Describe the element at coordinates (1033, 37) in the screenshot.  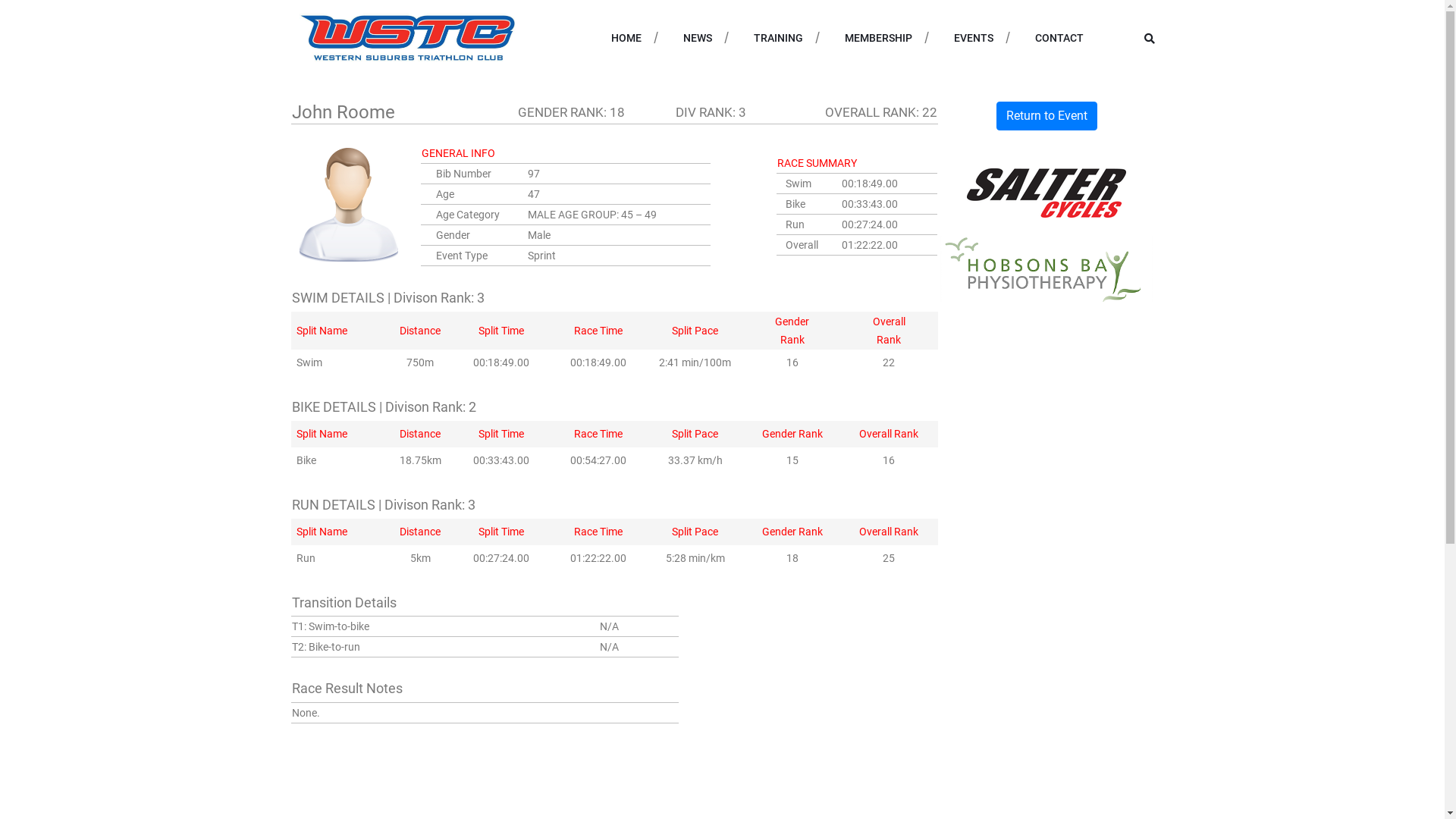
I see `'CONTACT'` at that location.